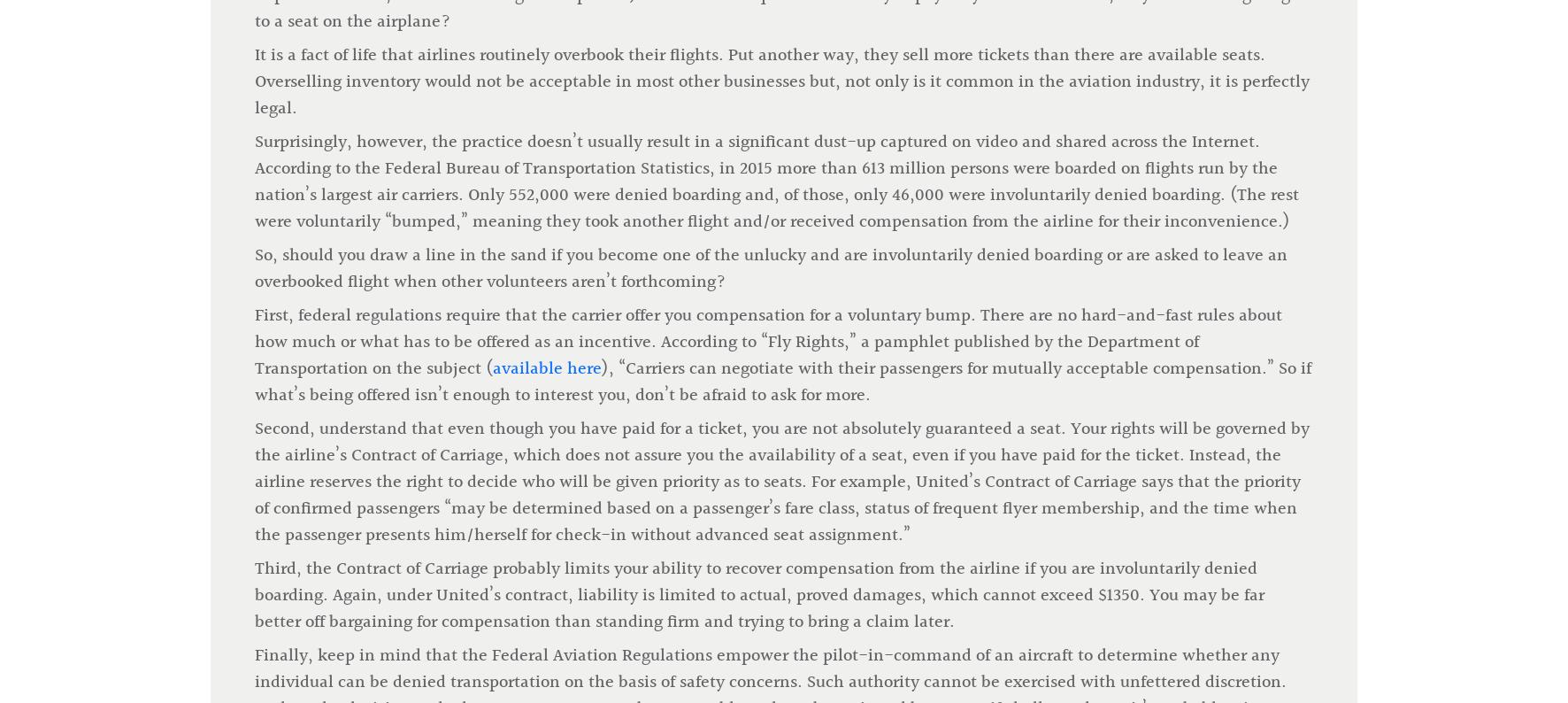 The image size is (1568, 703). Describe the element at coordinates (253, 87) in the screenshot. I see `'), “Carriers can negotiate with their passengers for mutually acceptable compensation.” So if what’s being offered isn’t enough to interest you, don’t be afraid to ask for more.'` at that location.